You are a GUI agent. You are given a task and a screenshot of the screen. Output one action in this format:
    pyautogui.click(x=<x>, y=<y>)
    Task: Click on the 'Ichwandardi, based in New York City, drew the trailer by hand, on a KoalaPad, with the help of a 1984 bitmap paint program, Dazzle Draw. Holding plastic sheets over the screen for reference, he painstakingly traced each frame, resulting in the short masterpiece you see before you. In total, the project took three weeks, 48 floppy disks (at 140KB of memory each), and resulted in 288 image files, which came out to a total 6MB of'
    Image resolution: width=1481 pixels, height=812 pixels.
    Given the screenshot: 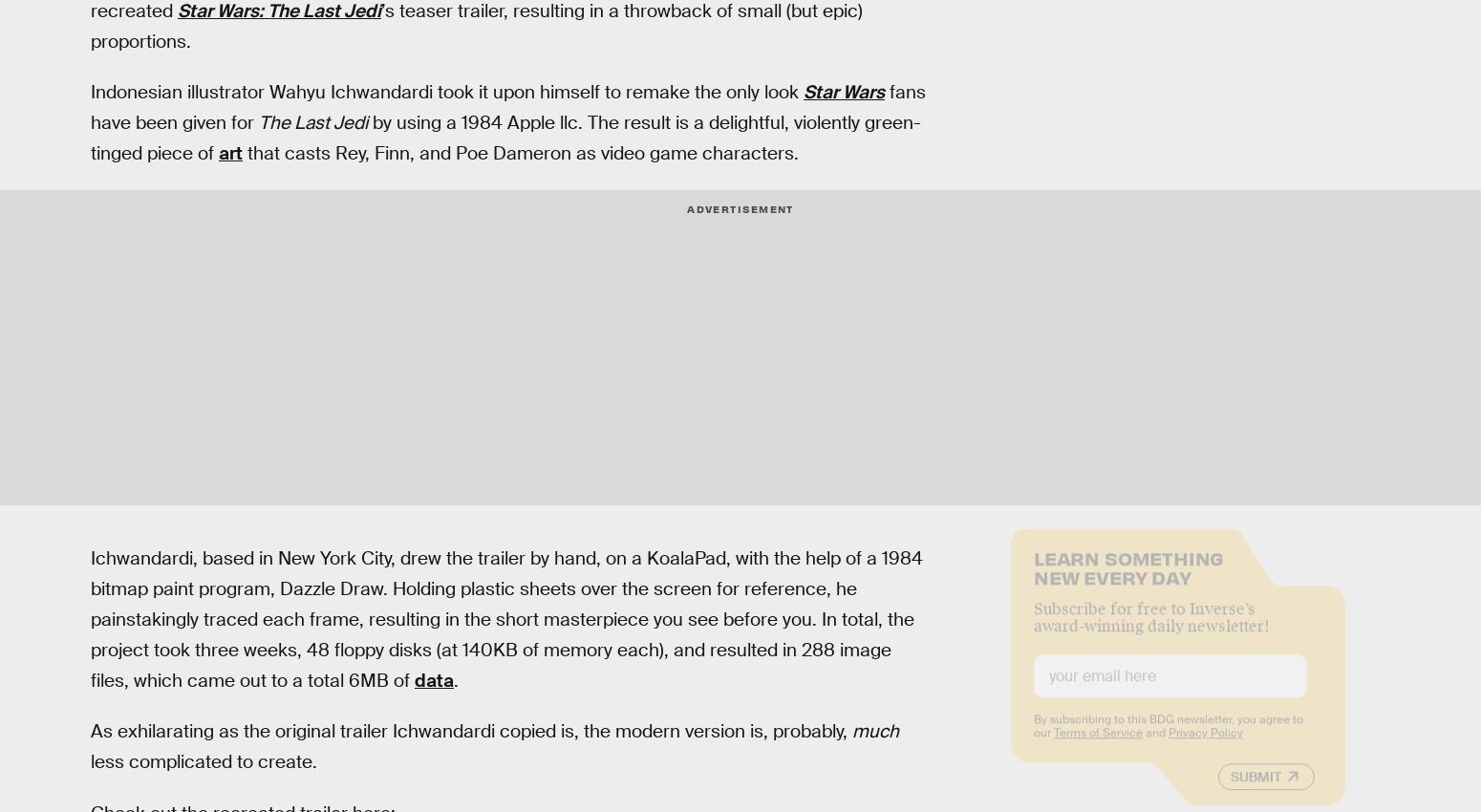 What is the action you would take?
    pyautogui.click(x=505, y=618)
    